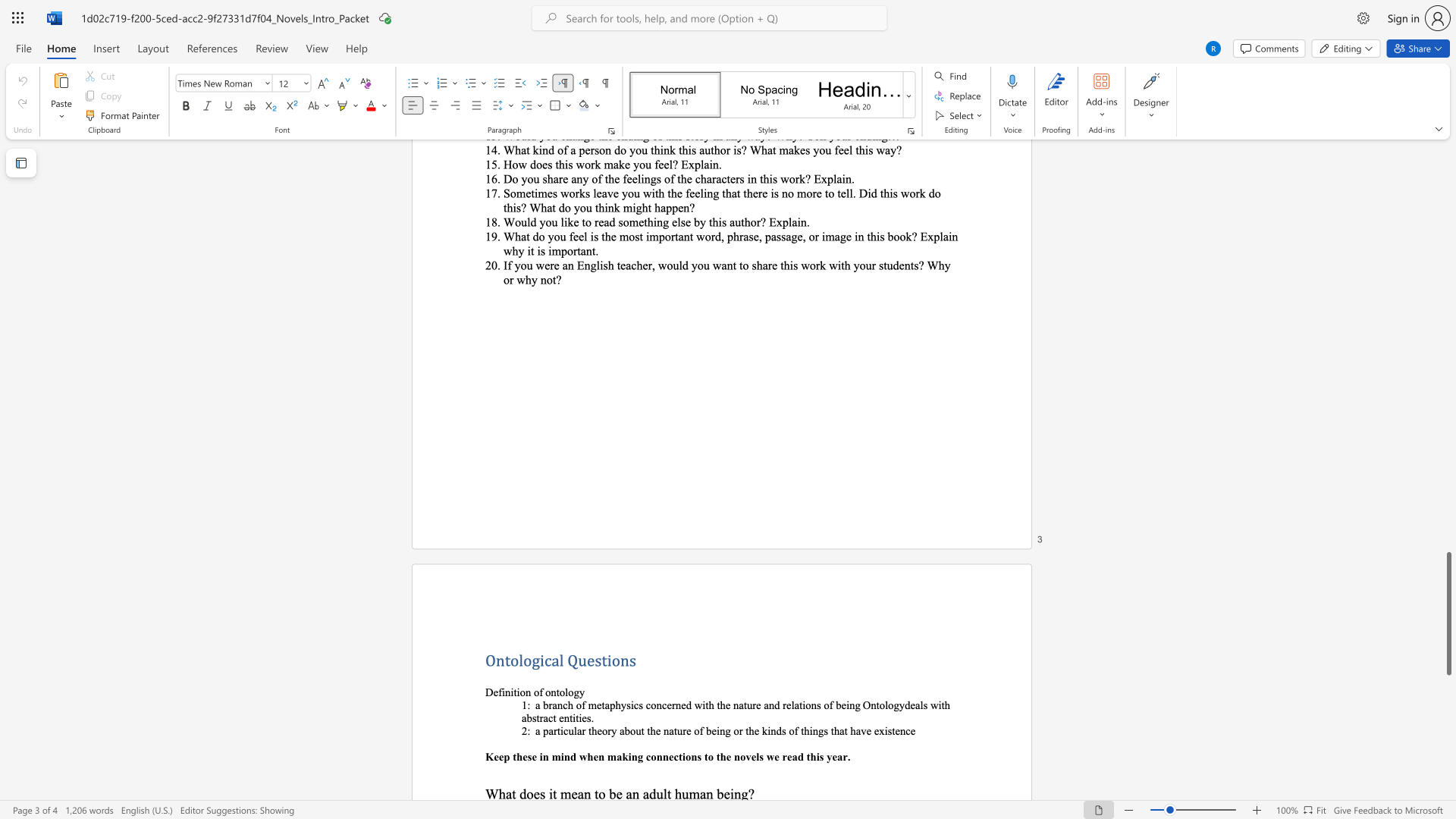 The height and width of the screenshot is (819, 1456). I want to click on the scrollbar on the right to shift the page higher, so click(1448, 439).